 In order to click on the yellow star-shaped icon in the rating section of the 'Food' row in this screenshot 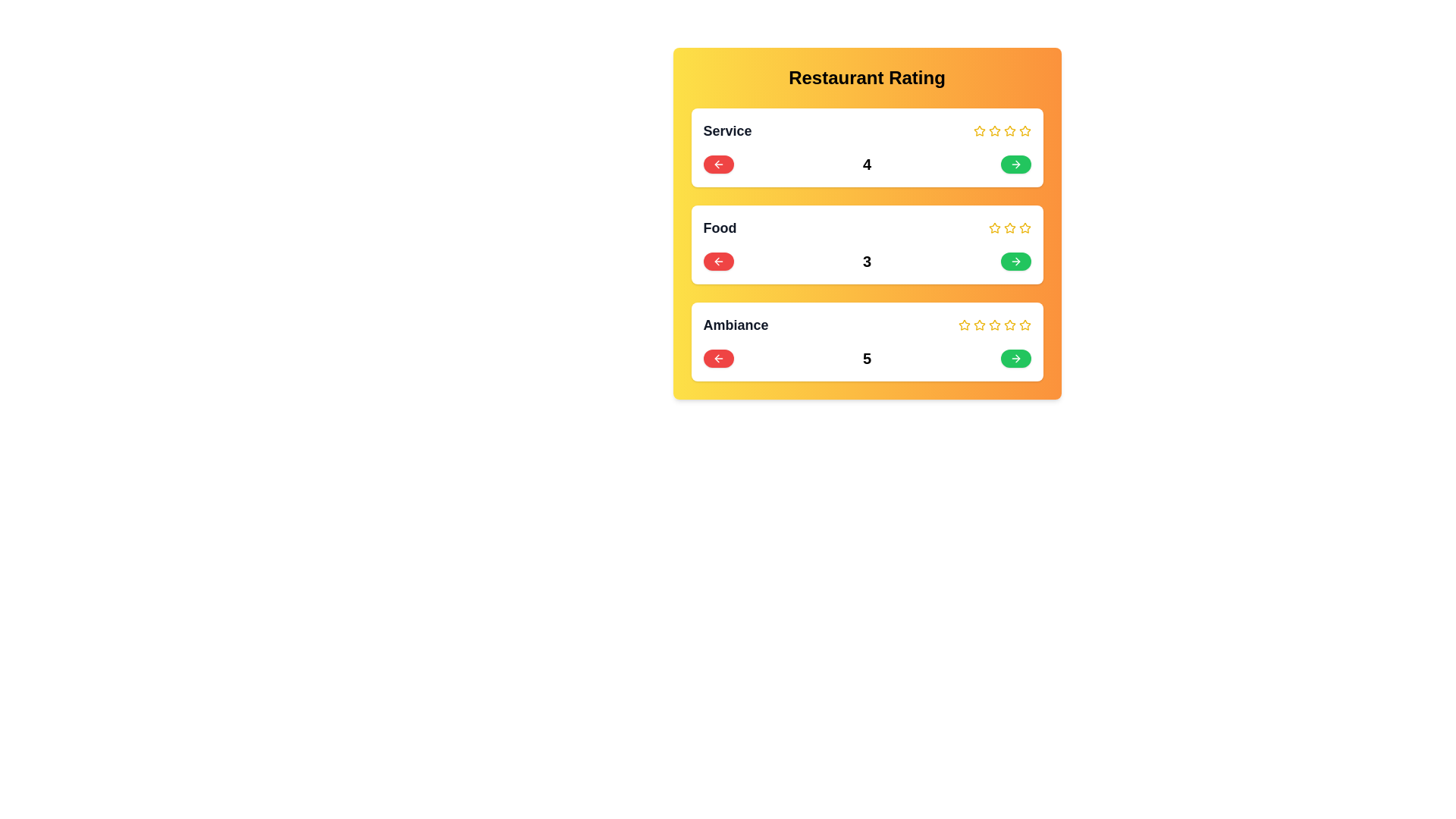, I will do `click(1009, 227)`.